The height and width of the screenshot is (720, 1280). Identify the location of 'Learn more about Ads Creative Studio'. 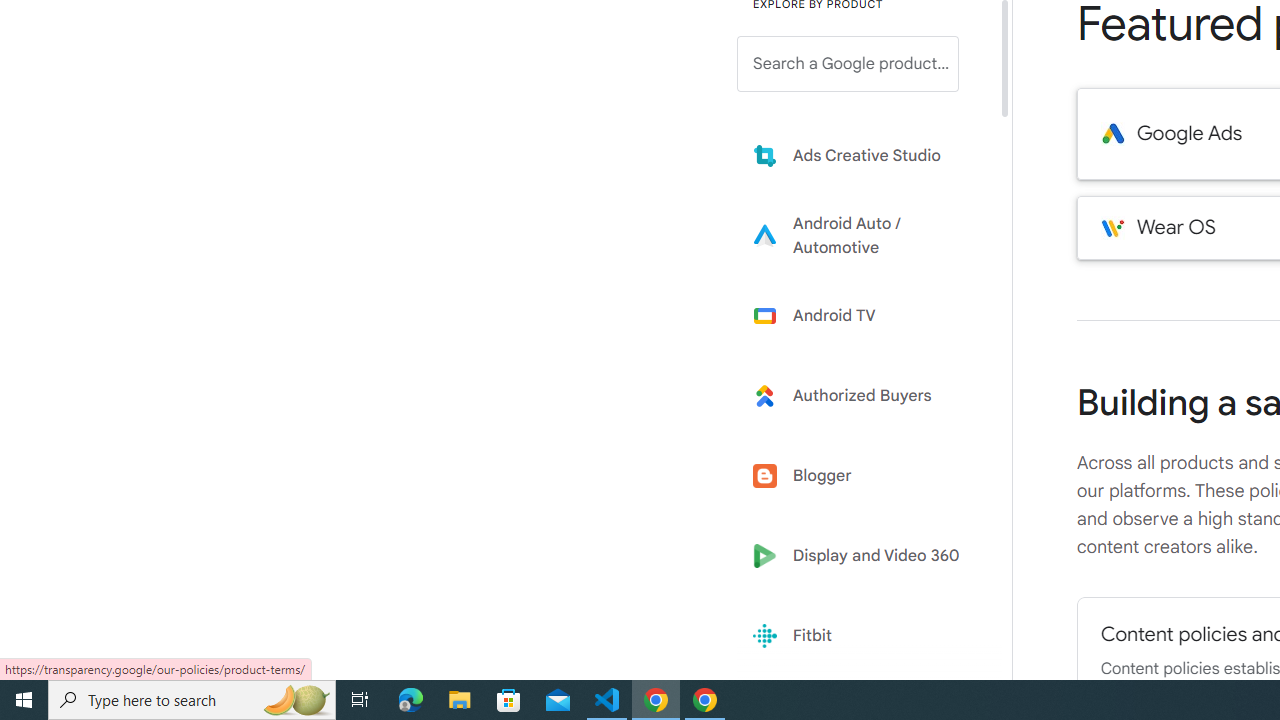
(862, 154).